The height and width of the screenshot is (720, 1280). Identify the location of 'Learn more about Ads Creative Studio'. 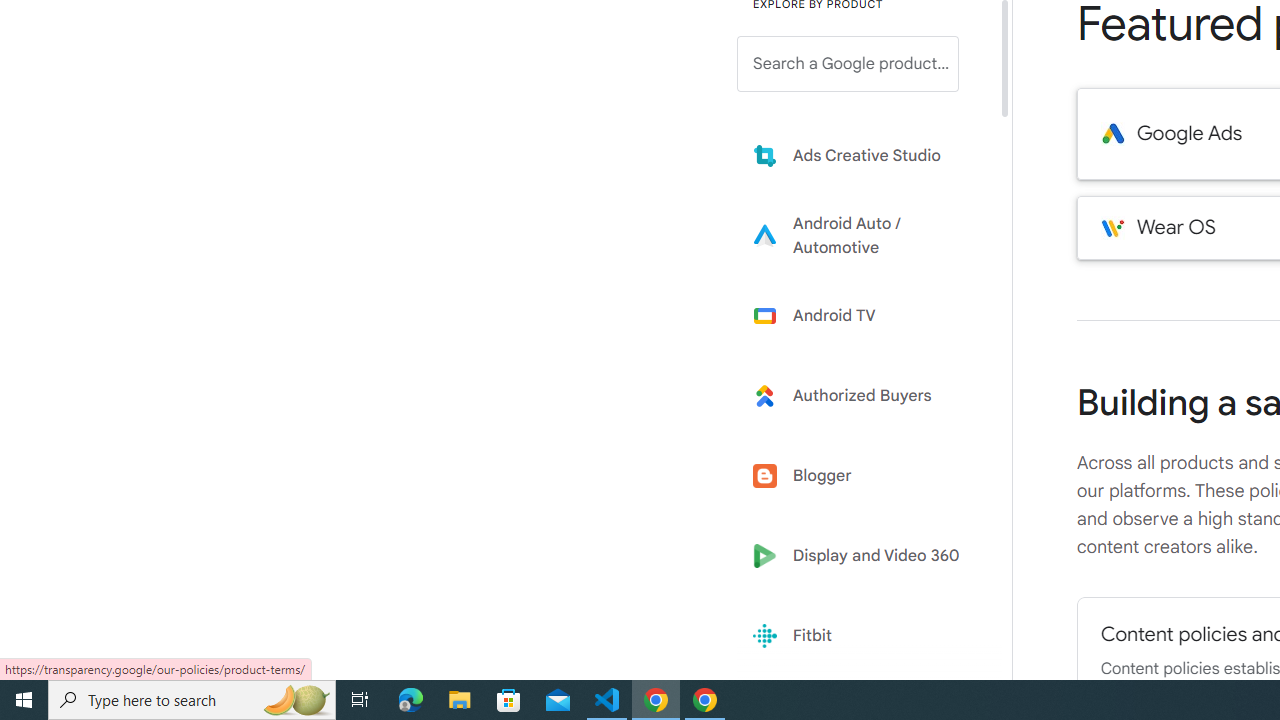
(862, 154).